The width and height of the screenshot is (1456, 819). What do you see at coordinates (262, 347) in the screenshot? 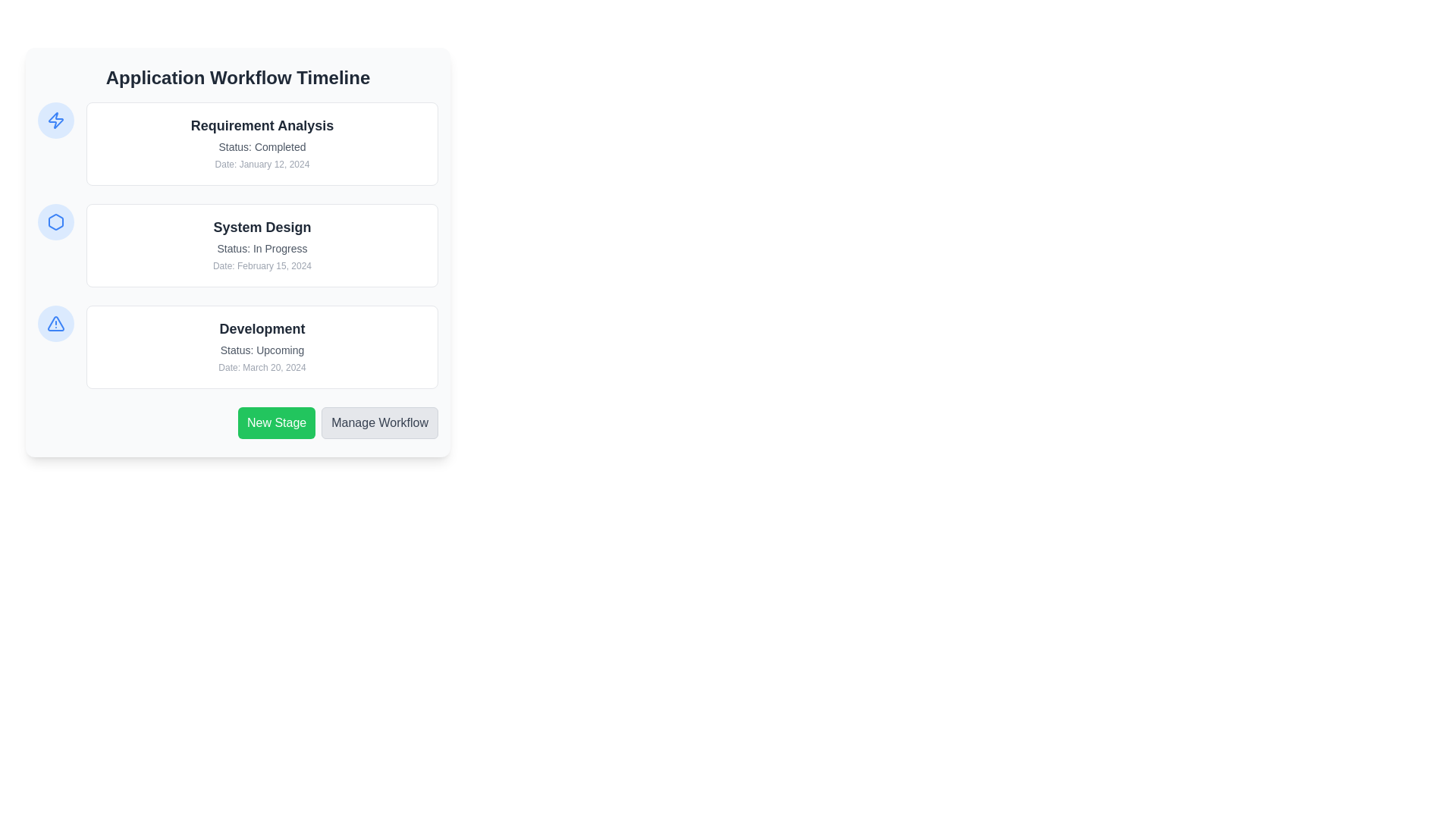
I see `the Informational card displaying 'Development' with a white background and gray border, which is the third card in the list` at bounding box center [262, 347].